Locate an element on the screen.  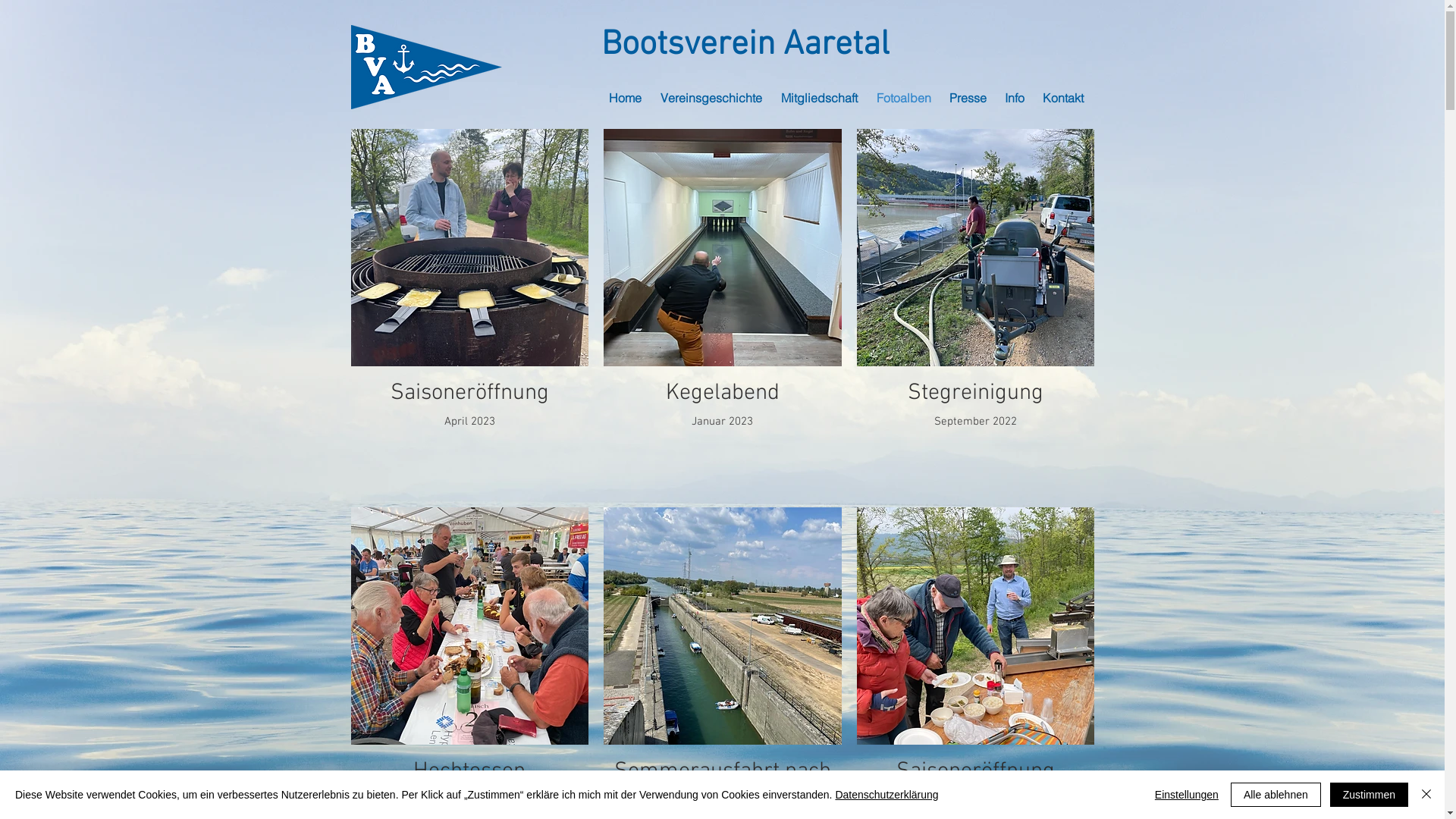
'Bootsverein Aaretal' is located at coordinates (745, 45).